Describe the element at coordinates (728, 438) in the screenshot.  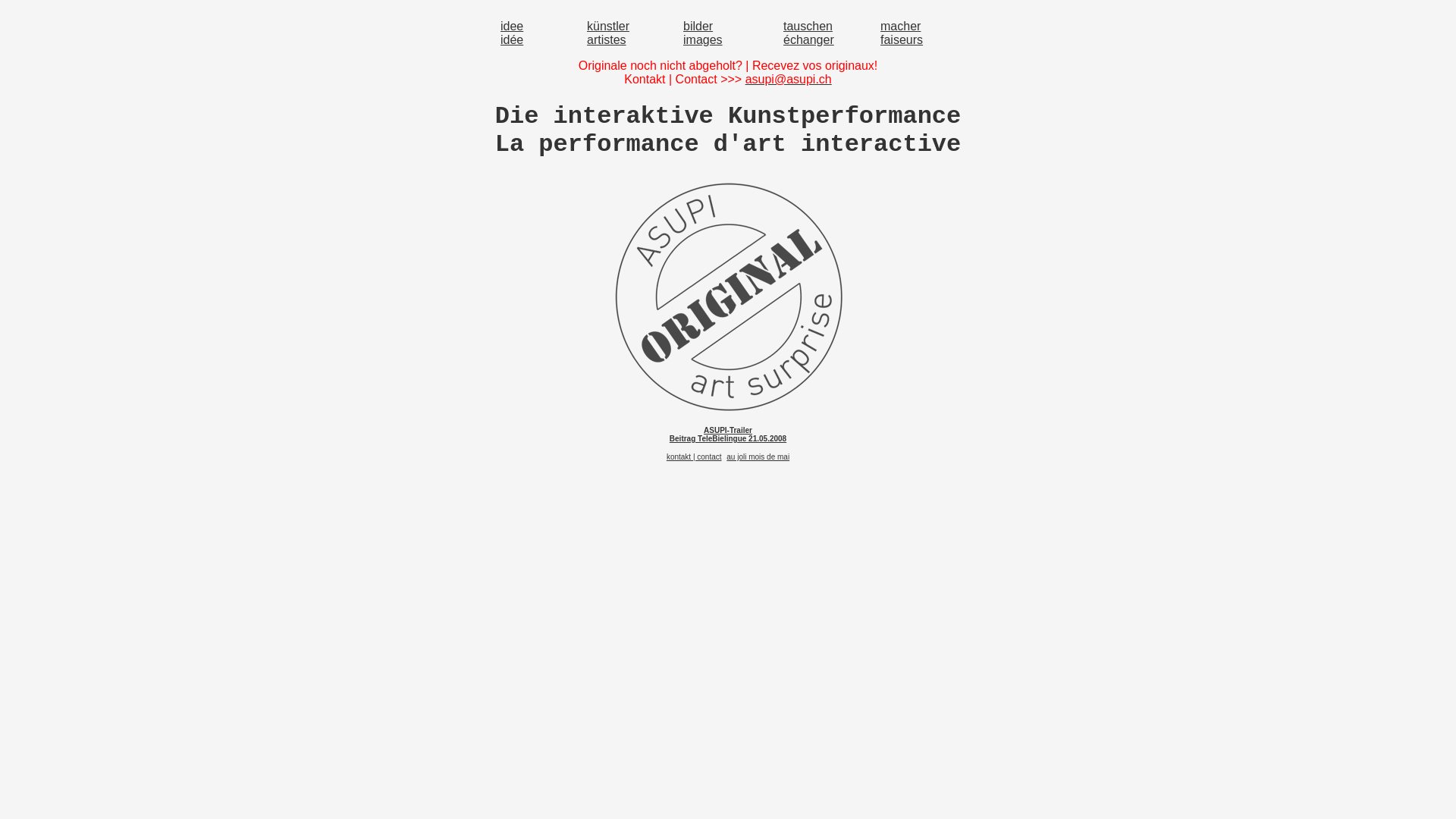
I see `'Beitrag TeleBielingue 21.05.2008'` at that location.